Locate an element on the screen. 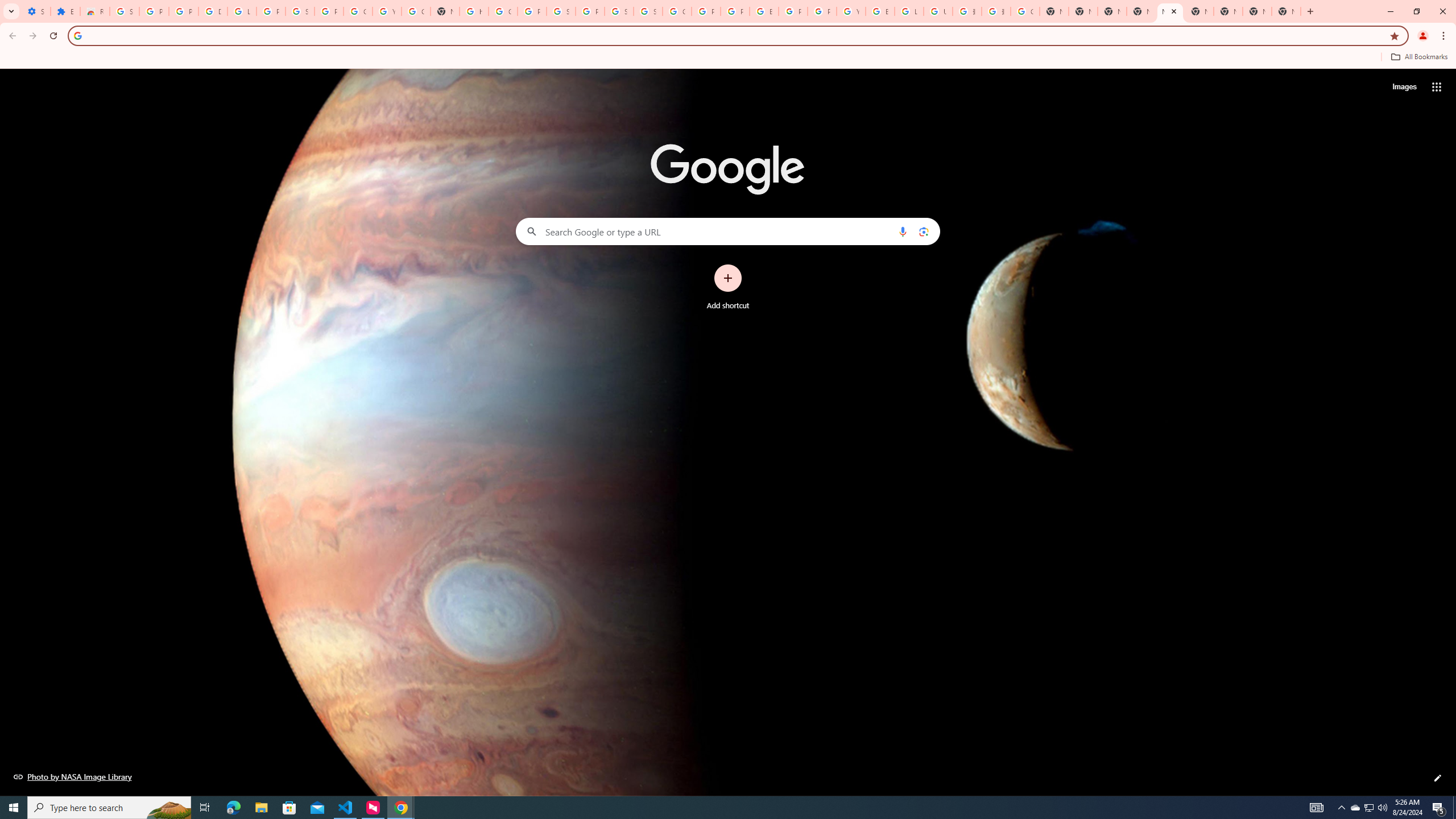 The image size is (1456, 819). 'Privacy Help Center - Policies Help' is located at coordinates (734, 11).